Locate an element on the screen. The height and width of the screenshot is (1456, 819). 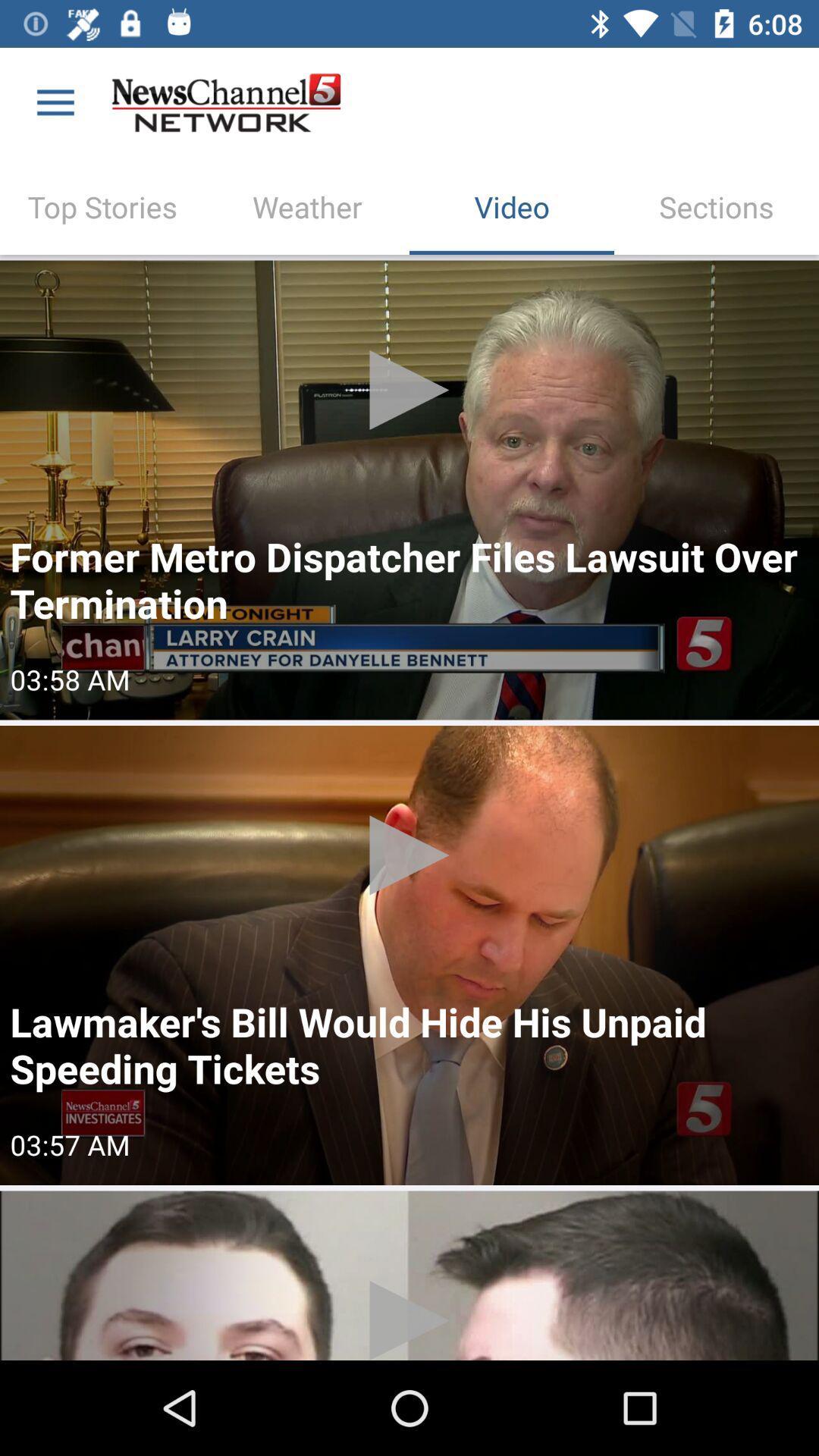
press to play is located at coordinates (409, 490).